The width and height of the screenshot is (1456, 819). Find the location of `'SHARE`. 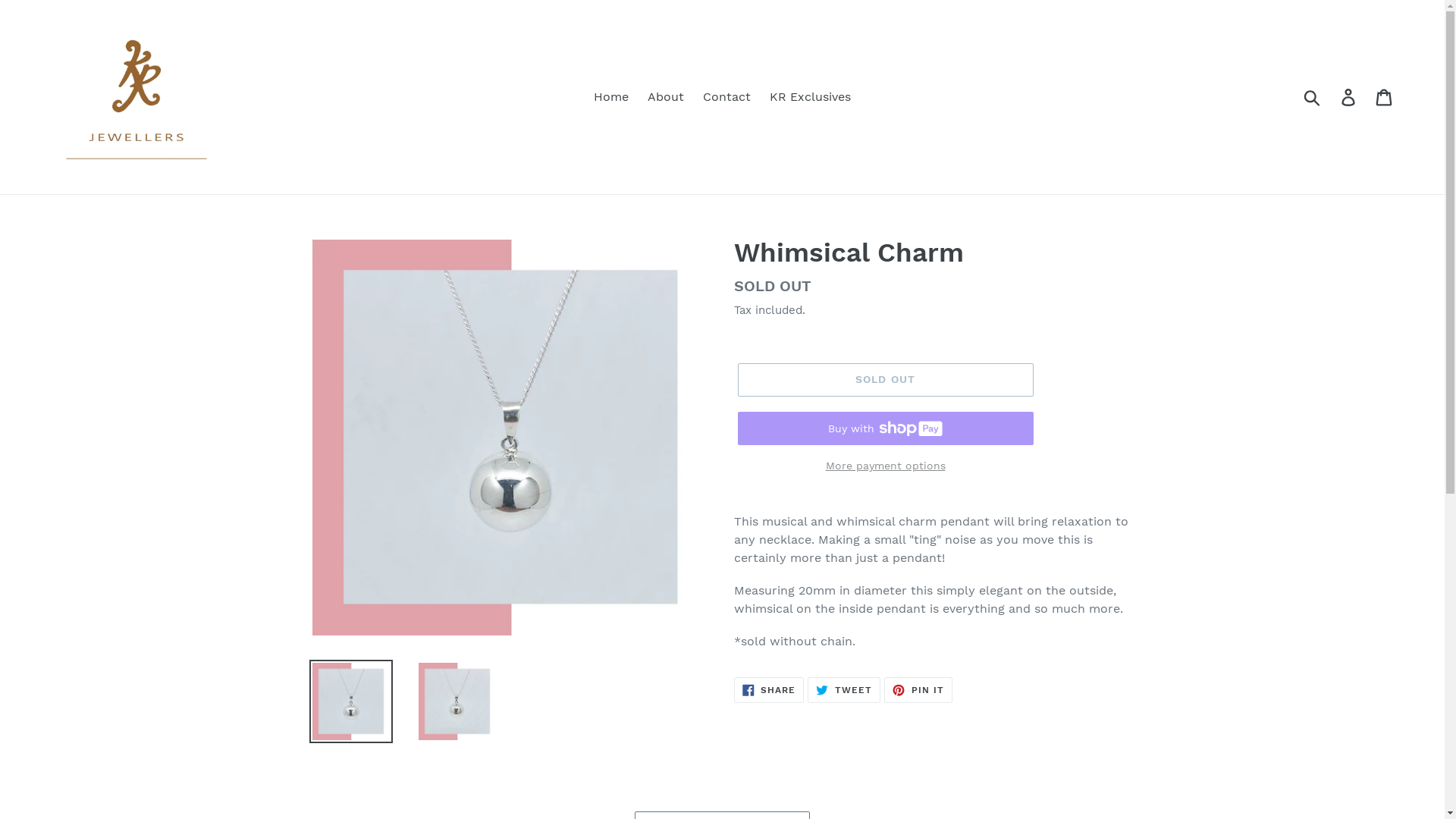

'SHARE is located at coordinates (769, 690).